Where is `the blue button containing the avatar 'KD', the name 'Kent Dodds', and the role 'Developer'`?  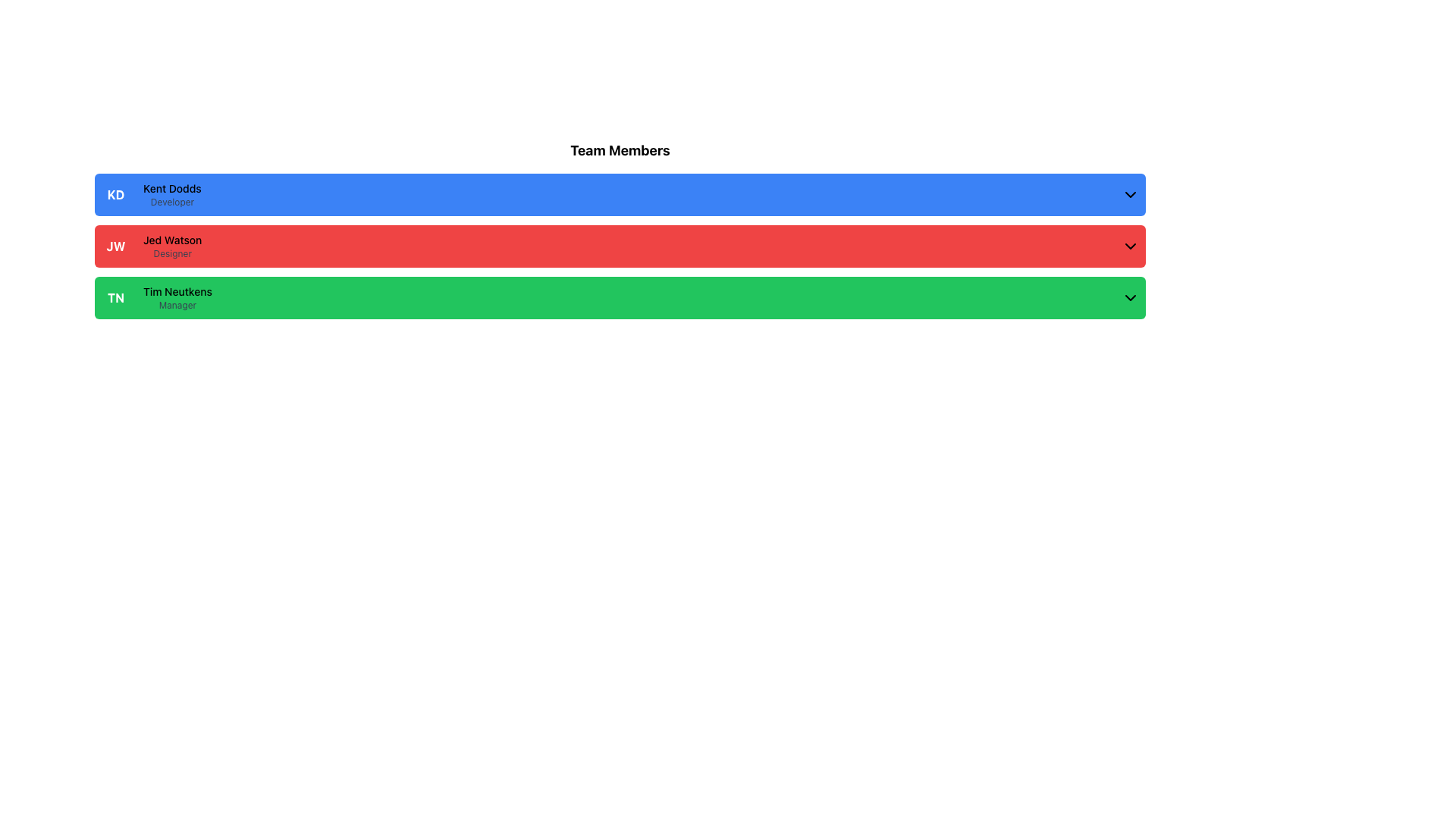 the blue button containing the avatar 'KD', the name 'Kent Dodds', and the role 'Developer' is located at coordinates (620, 194).